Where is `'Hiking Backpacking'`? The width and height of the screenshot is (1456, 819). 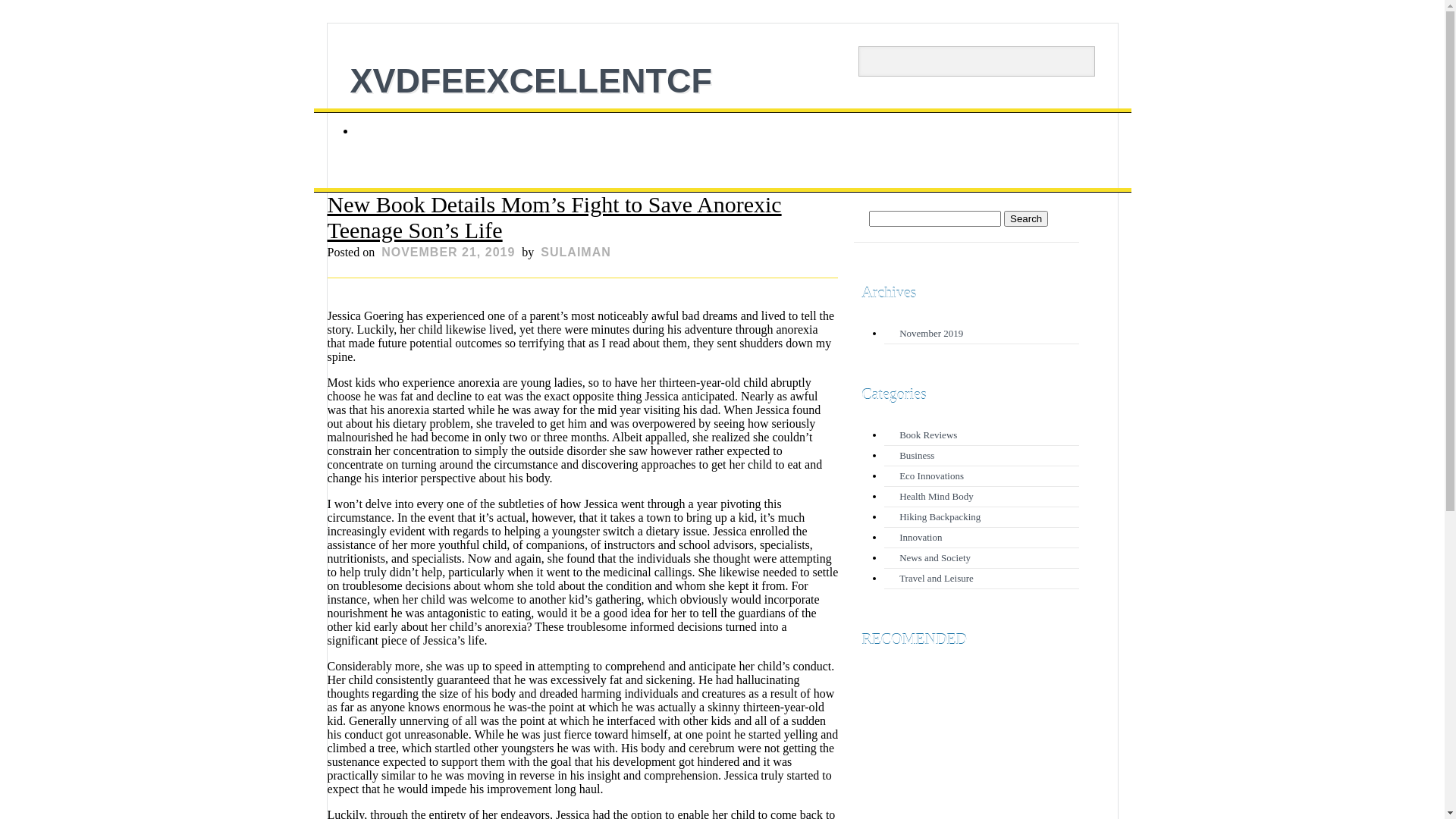 'Hiking Backpacking' is located at coordinates (939, 516).